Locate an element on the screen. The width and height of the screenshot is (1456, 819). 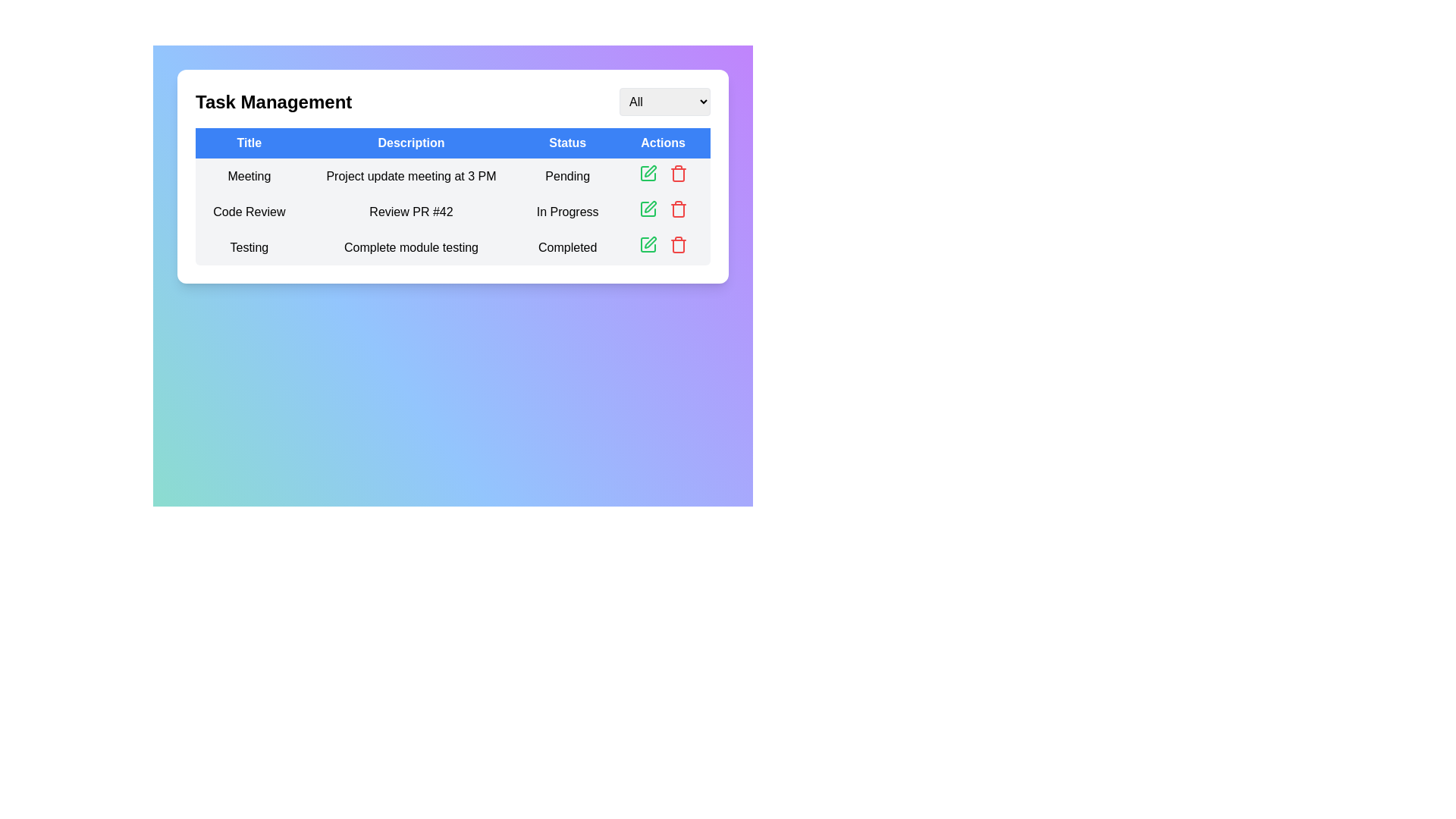
the 'Description' column header in the table, which is the second header from the left, positioned between the 'Title' and 'Status' headers is located at coordinates (411, 143).